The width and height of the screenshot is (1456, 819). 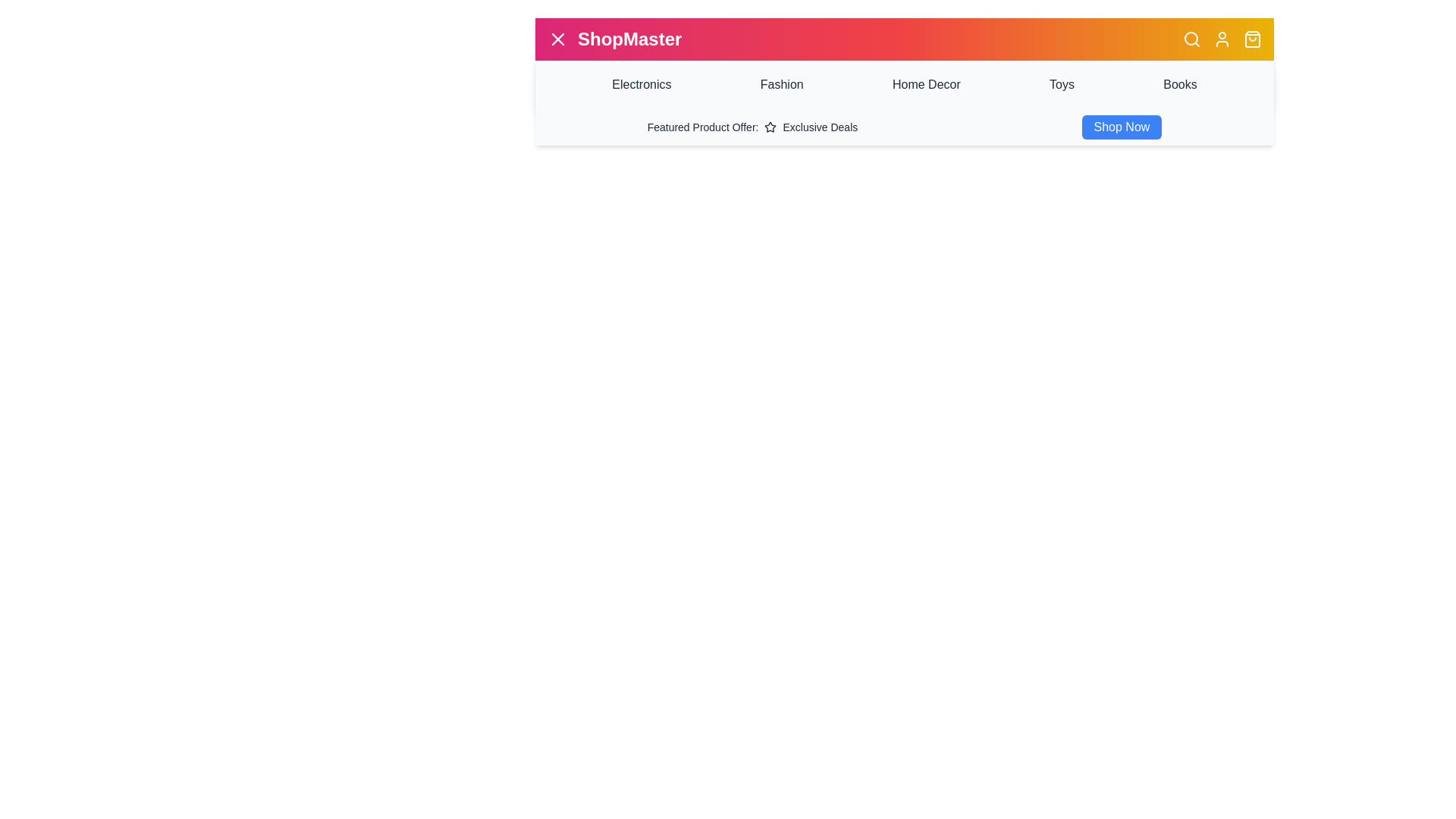 What do you see at coordinates (782, 84) in the screenshot?
I see `the category Fashion to navigate to the respective section` at bounding box center [782, 84].